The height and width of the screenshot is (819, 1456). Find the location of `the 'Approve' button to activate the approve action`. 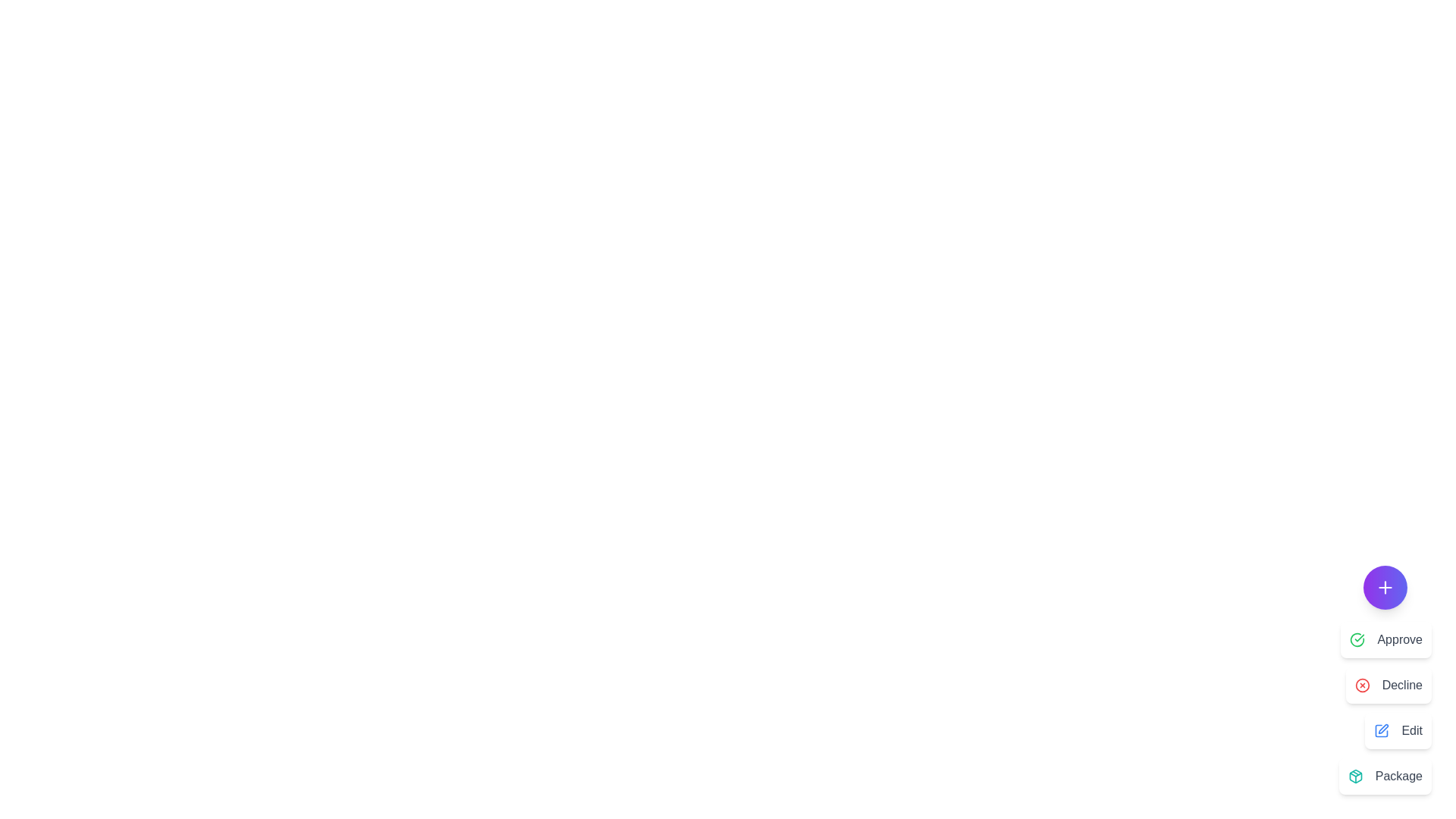

the 'Approve' button to activate the approve action is located at coordinates (1386, 640).